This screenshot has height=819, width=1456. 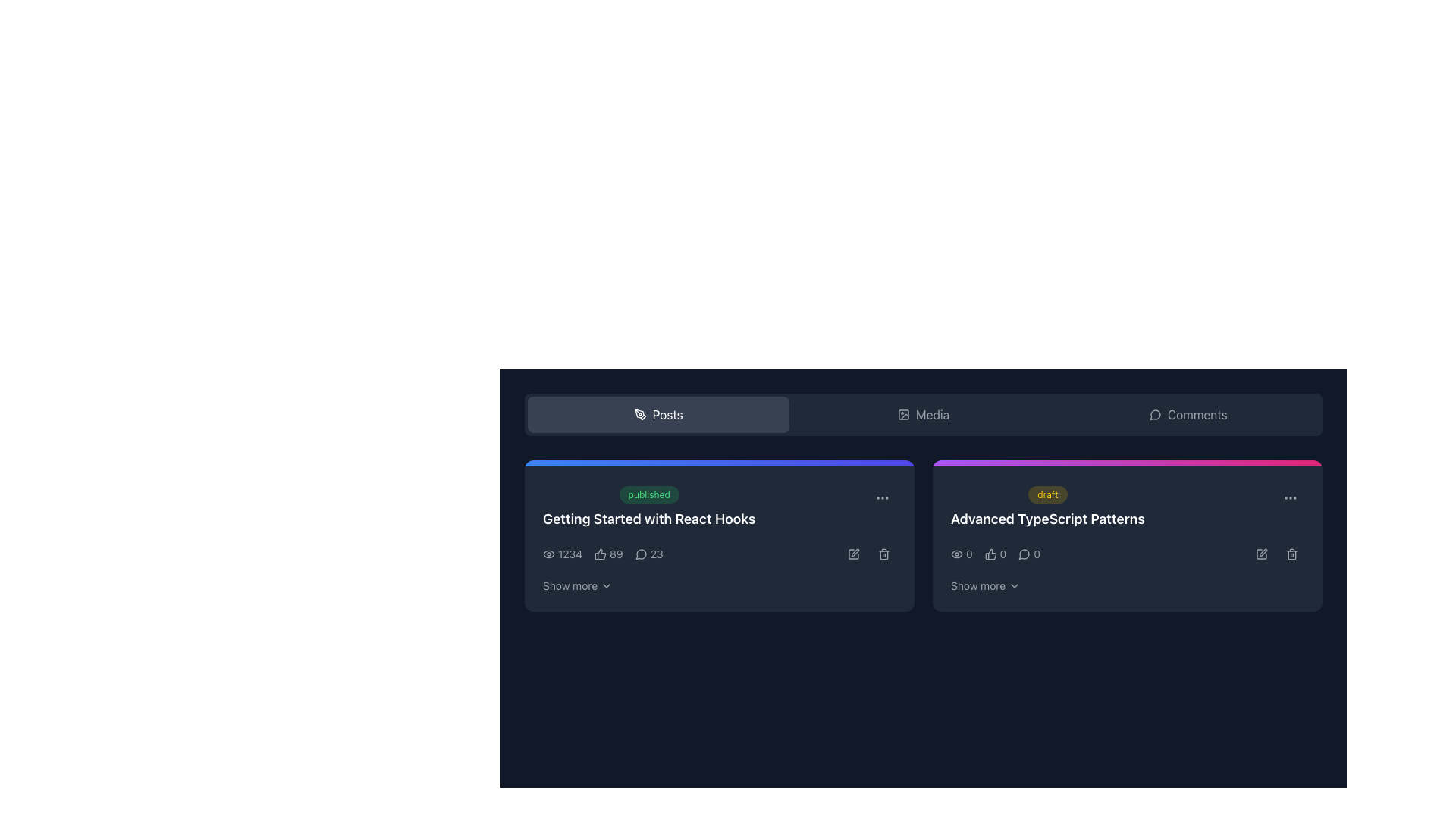 I want to click on the text block displaying the title 'Advanced TypeScript Patterns' and the status label 'draft' located in the second column of the dashboard, so click(x=1047, y=507).